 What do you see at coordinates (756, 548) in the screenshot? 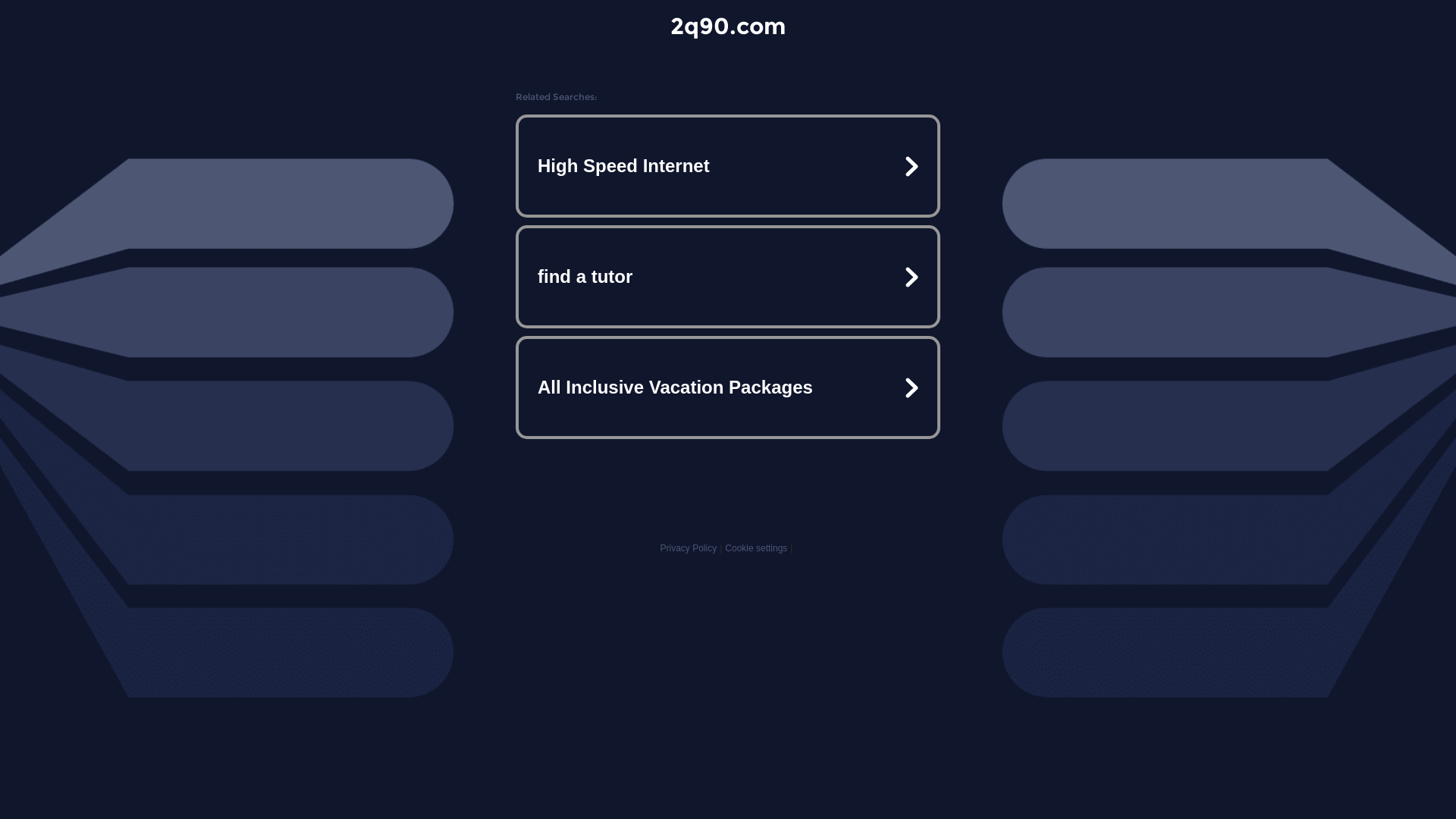
I see `'Cookie settings'` at bounding box center [756, 548].